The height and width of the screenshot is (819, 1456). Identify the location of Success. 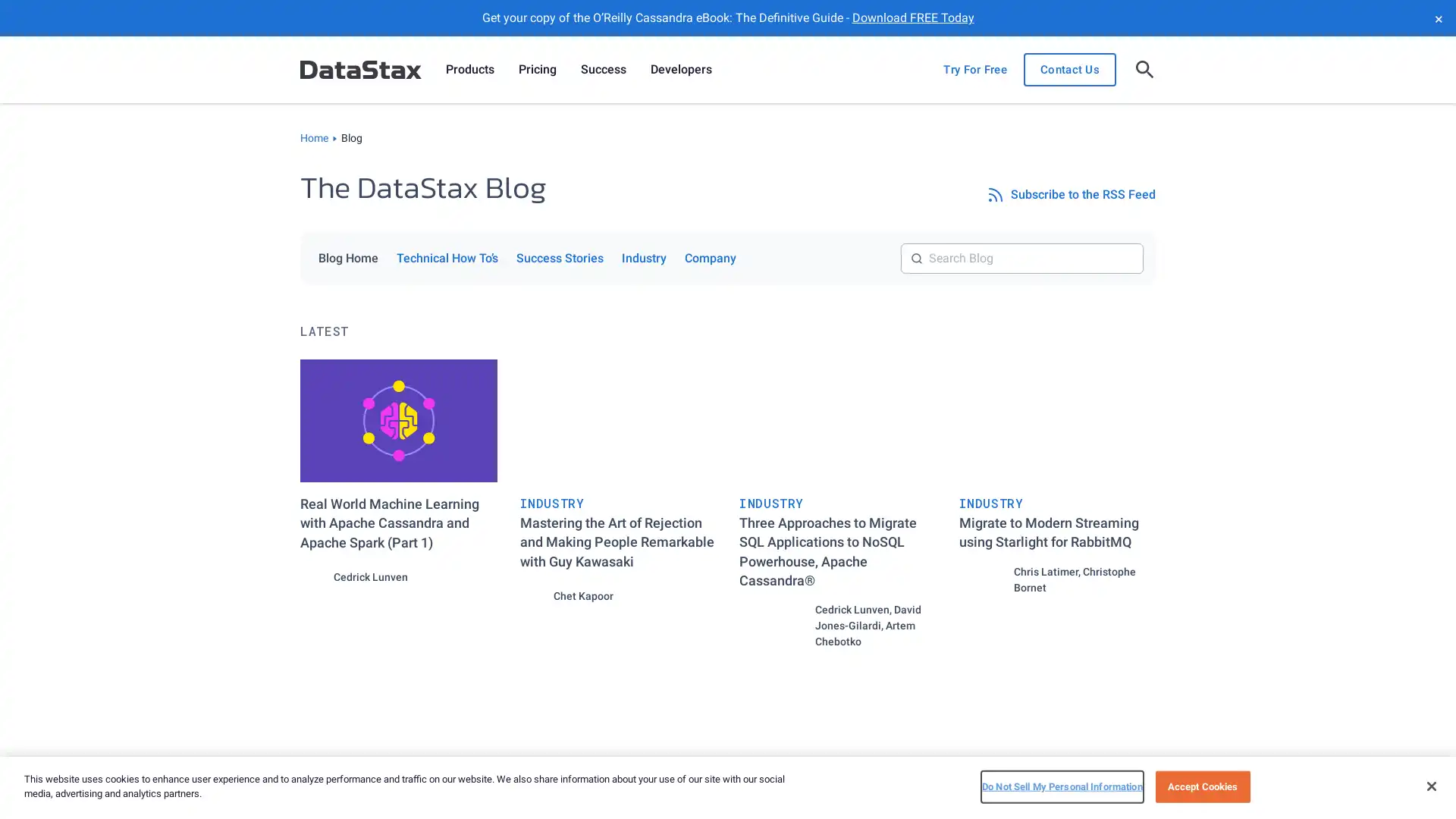
(603, 70).